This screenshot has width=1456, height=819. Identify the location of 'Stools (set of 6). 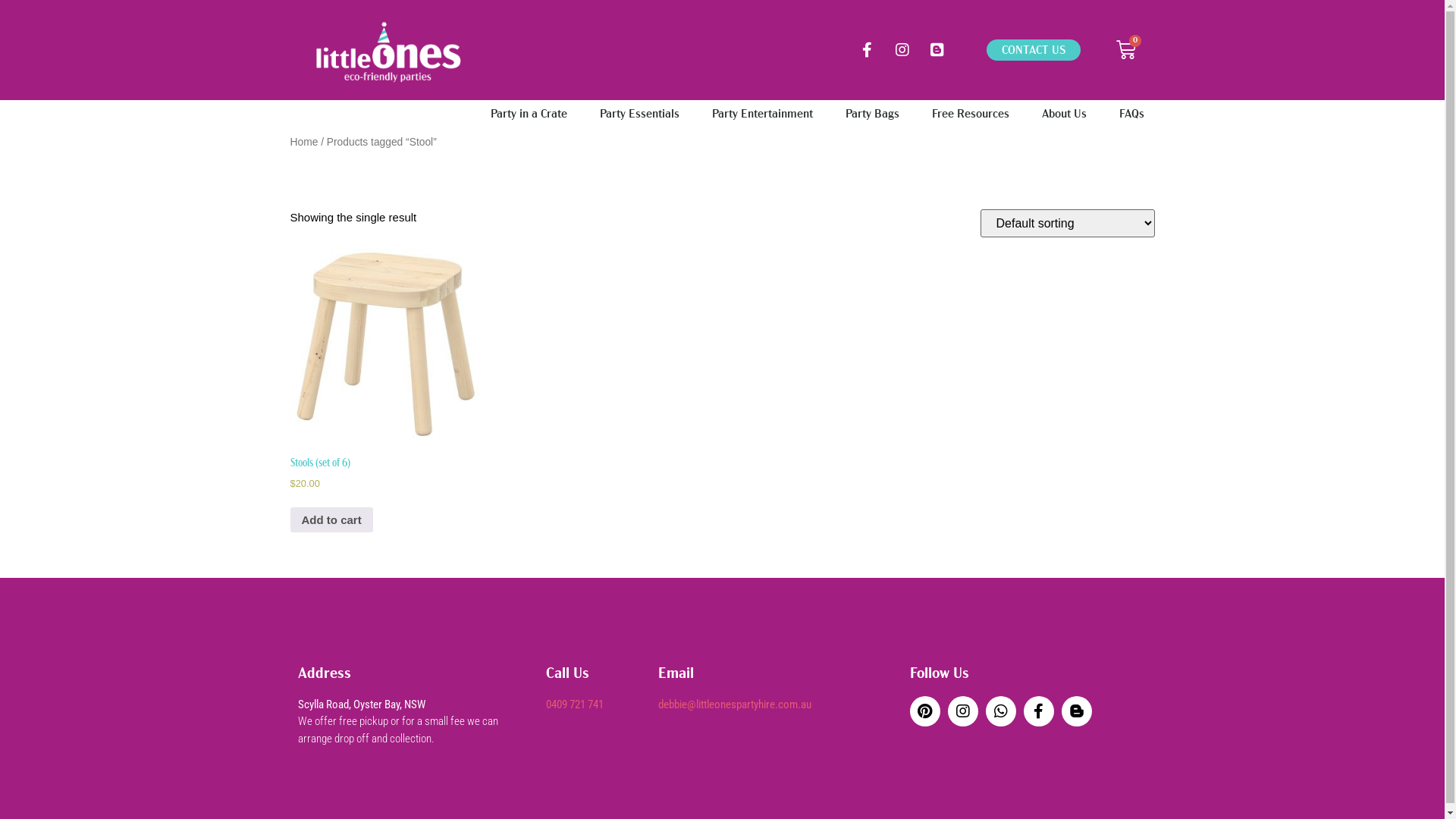
(384, 386).